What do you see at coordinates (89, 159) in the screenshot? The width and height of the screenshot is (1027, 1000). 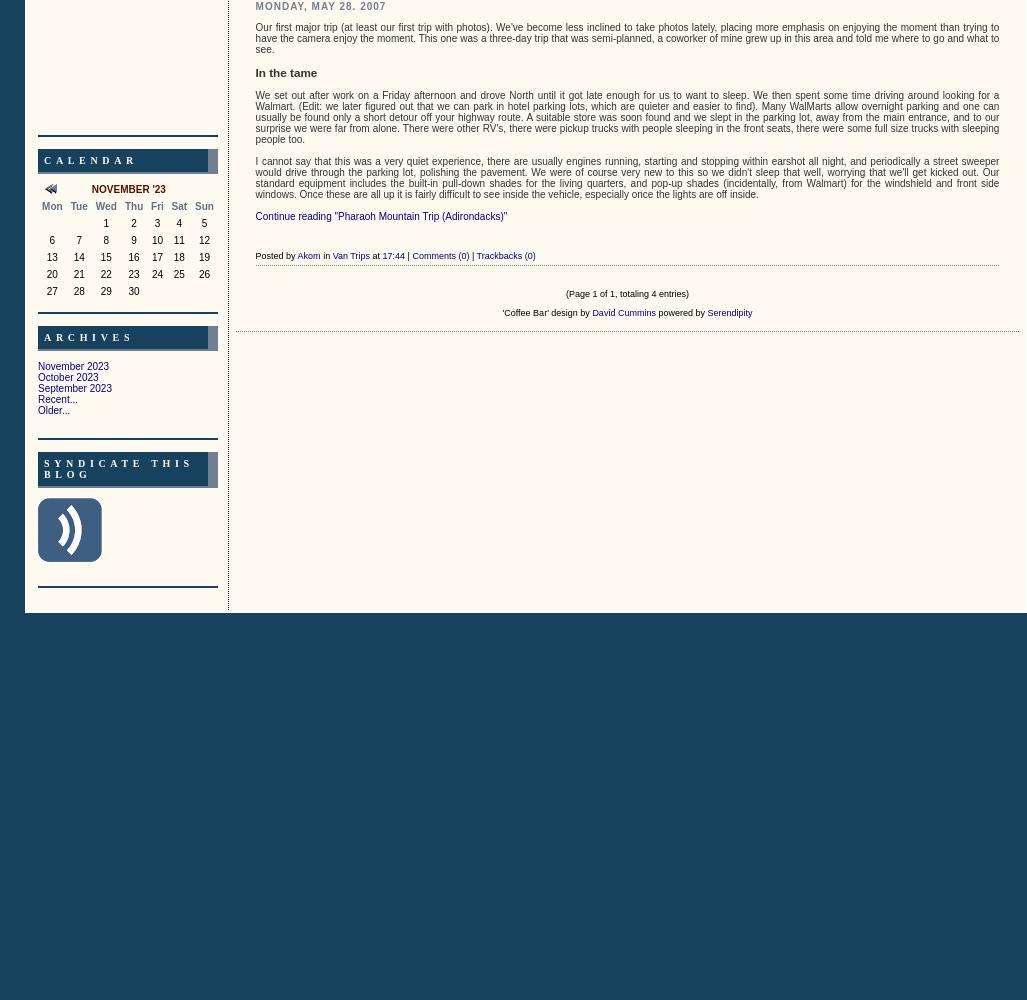 I see `'Calendar'` at bounding box center [89, 159].